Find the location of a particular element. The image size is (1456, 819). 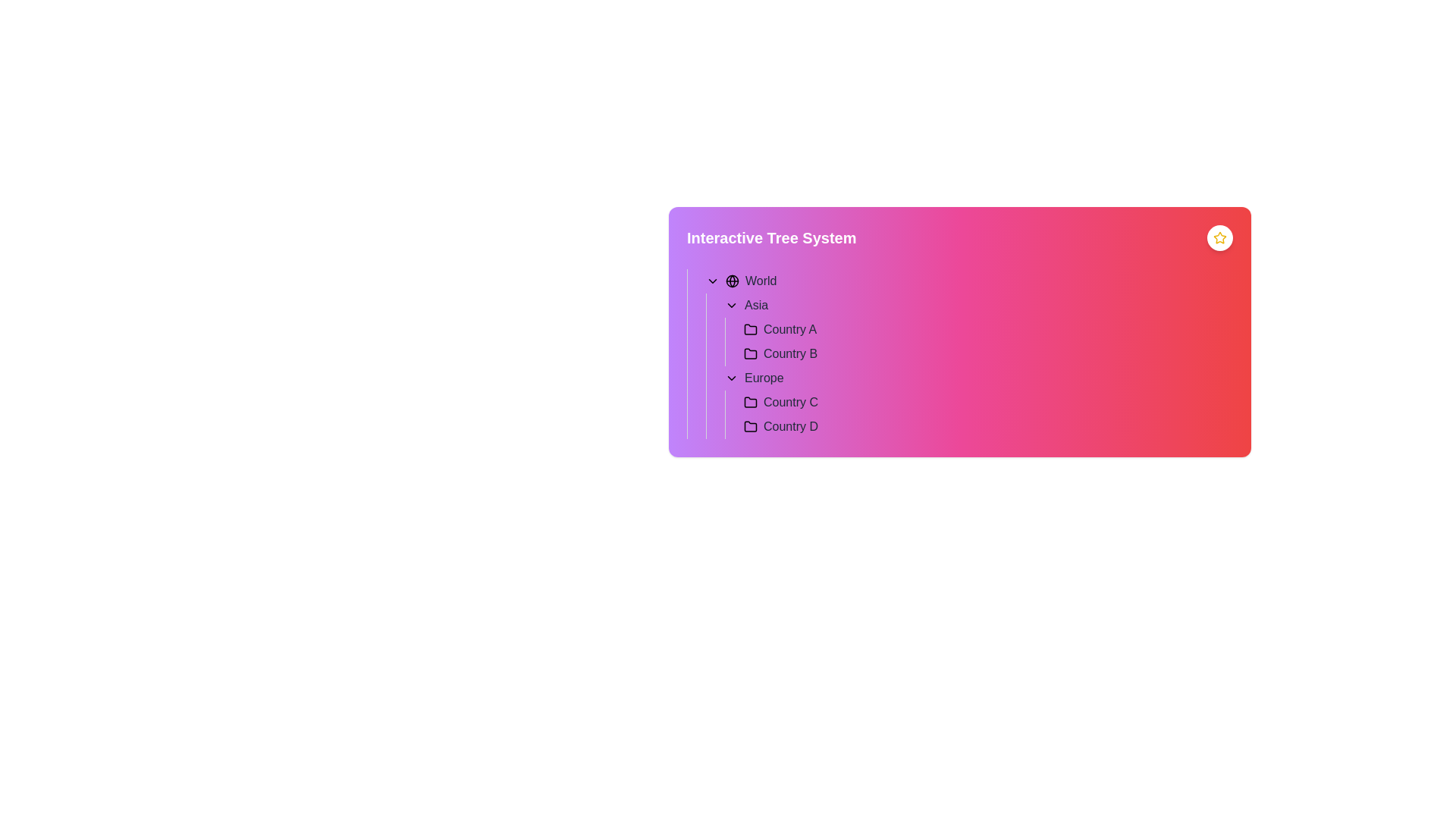

the chevron-down icon that controls the expansion and collapse of the 'Asia' branch in the tree menu is located at coordinates (731, 305).